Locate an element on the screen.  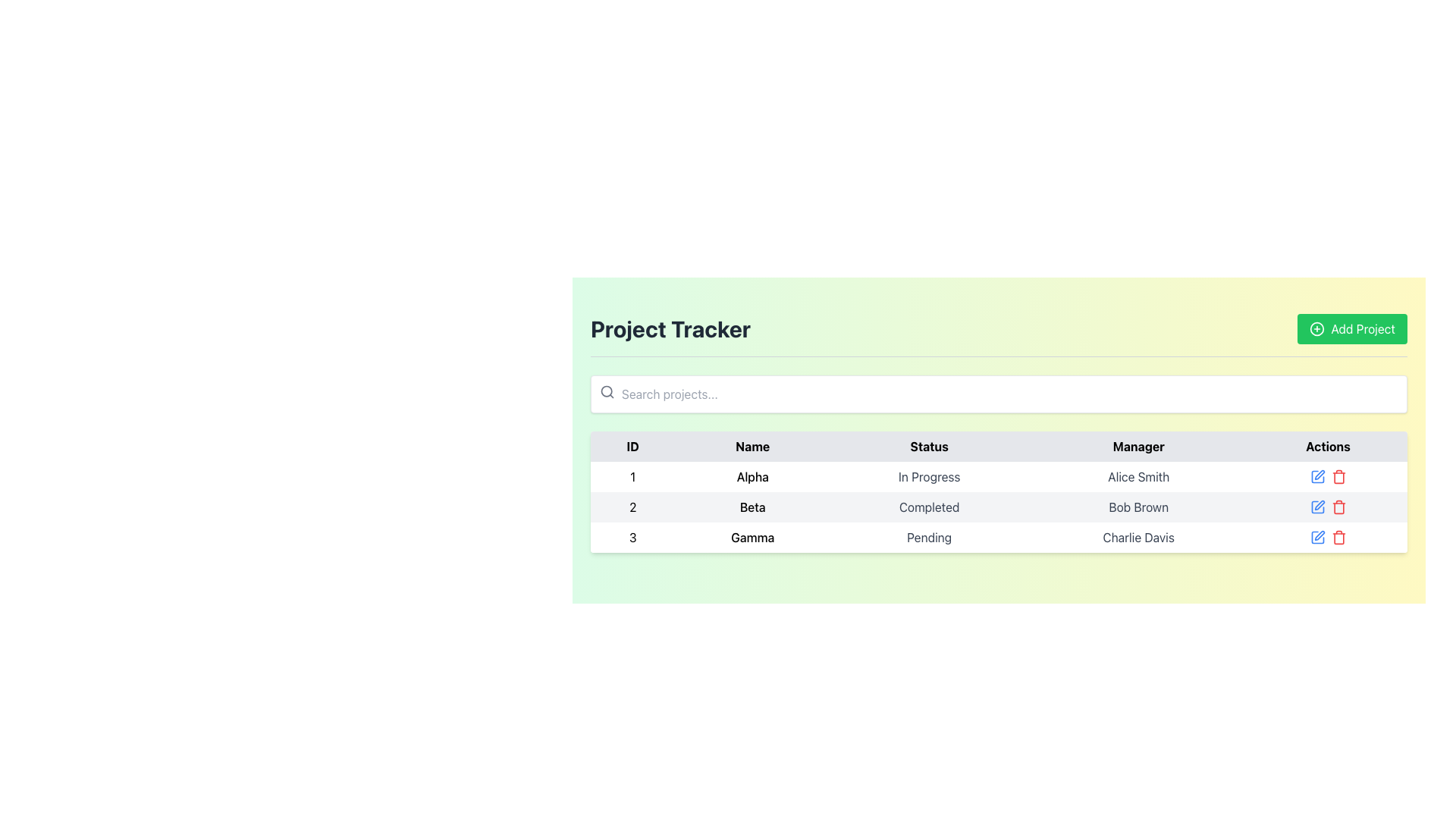
the button in the 'Actions' column corresponding to the last row for user 'Charlie Davis'. This button is the rightmost item in that row, located adjacent to an 'edit' icon is located at coordinates (1327, 537).